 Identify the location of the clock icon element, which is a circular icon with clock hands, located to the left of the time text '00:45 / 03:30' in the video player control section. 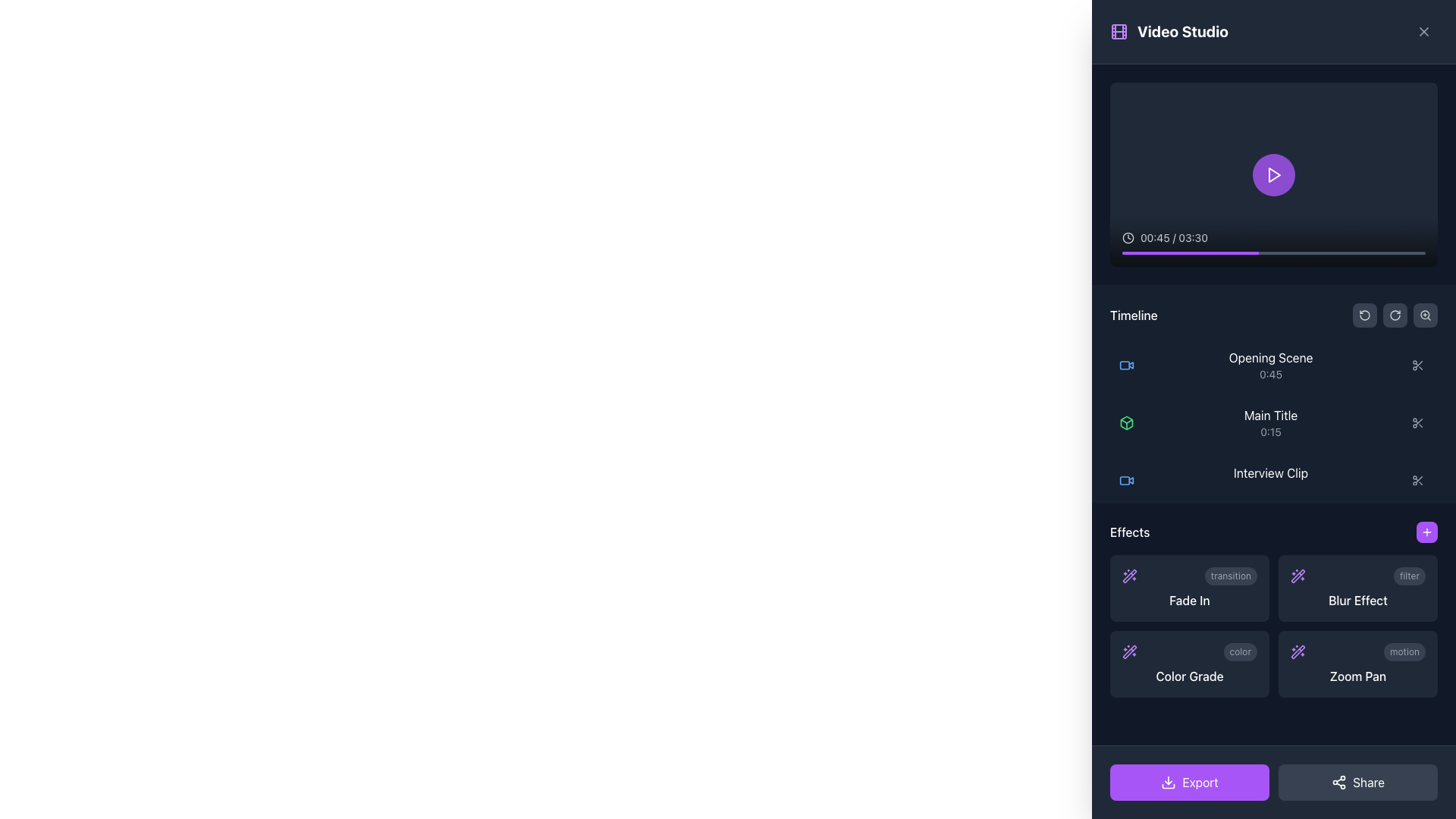
(1128, 237).